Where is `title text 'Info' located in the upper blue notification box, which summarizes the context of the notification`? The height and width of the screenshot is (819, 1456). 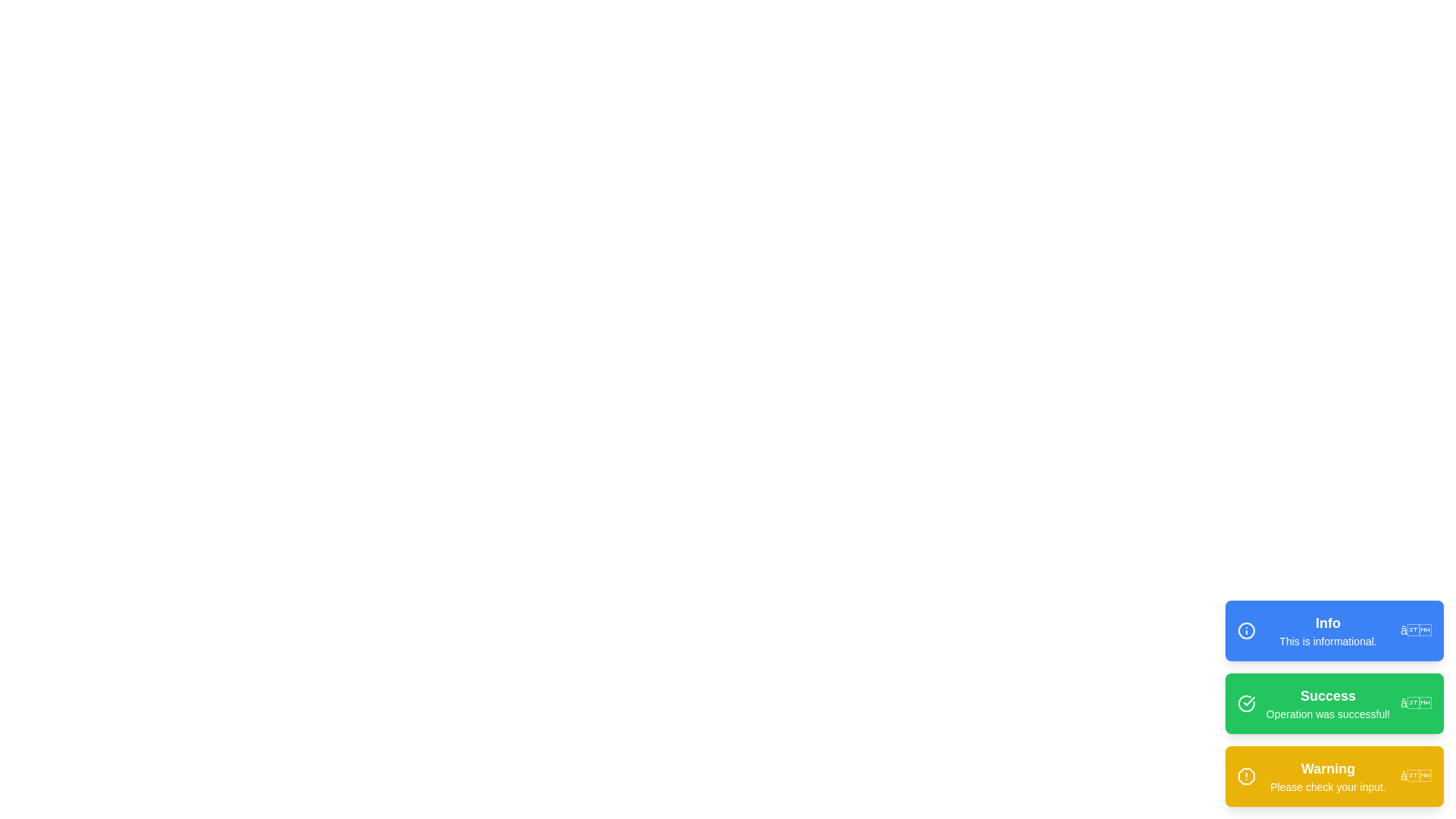 title text 'Info' located in the upper blue notification box, which summarizes the context of the notification is located at coordinates (1327, 623).